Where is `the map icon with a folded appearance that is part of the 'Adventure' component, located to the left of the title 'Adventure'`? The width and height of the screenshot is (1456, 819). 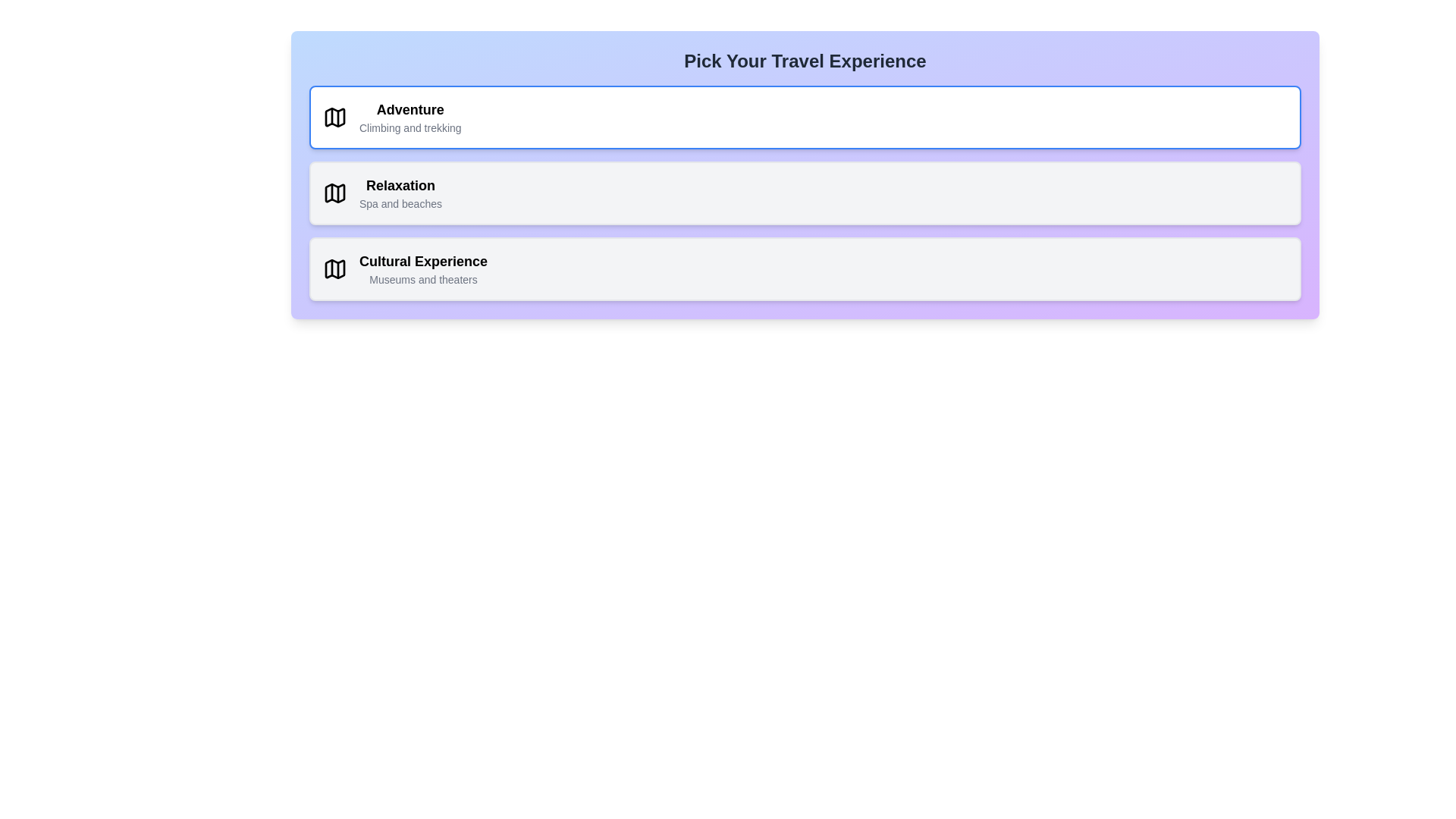
the map icon with a folded appearance that is part of the 'Adventure' component, located to the left of the title 'Adventure' is located at coordinates (334, 116).